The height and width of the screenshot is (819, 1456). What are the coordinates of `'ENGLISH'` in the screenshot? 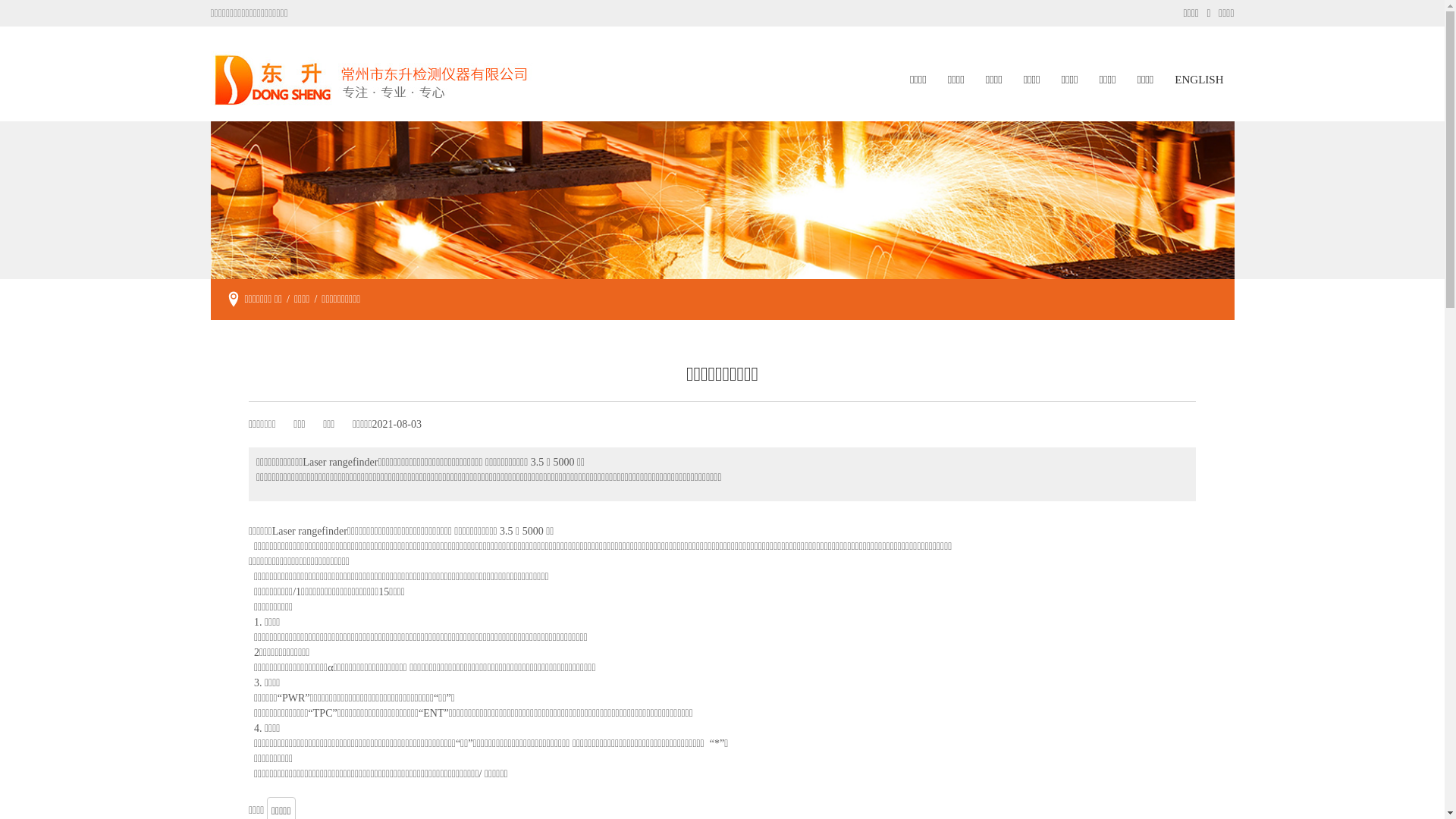 It's located at (1197, 79).